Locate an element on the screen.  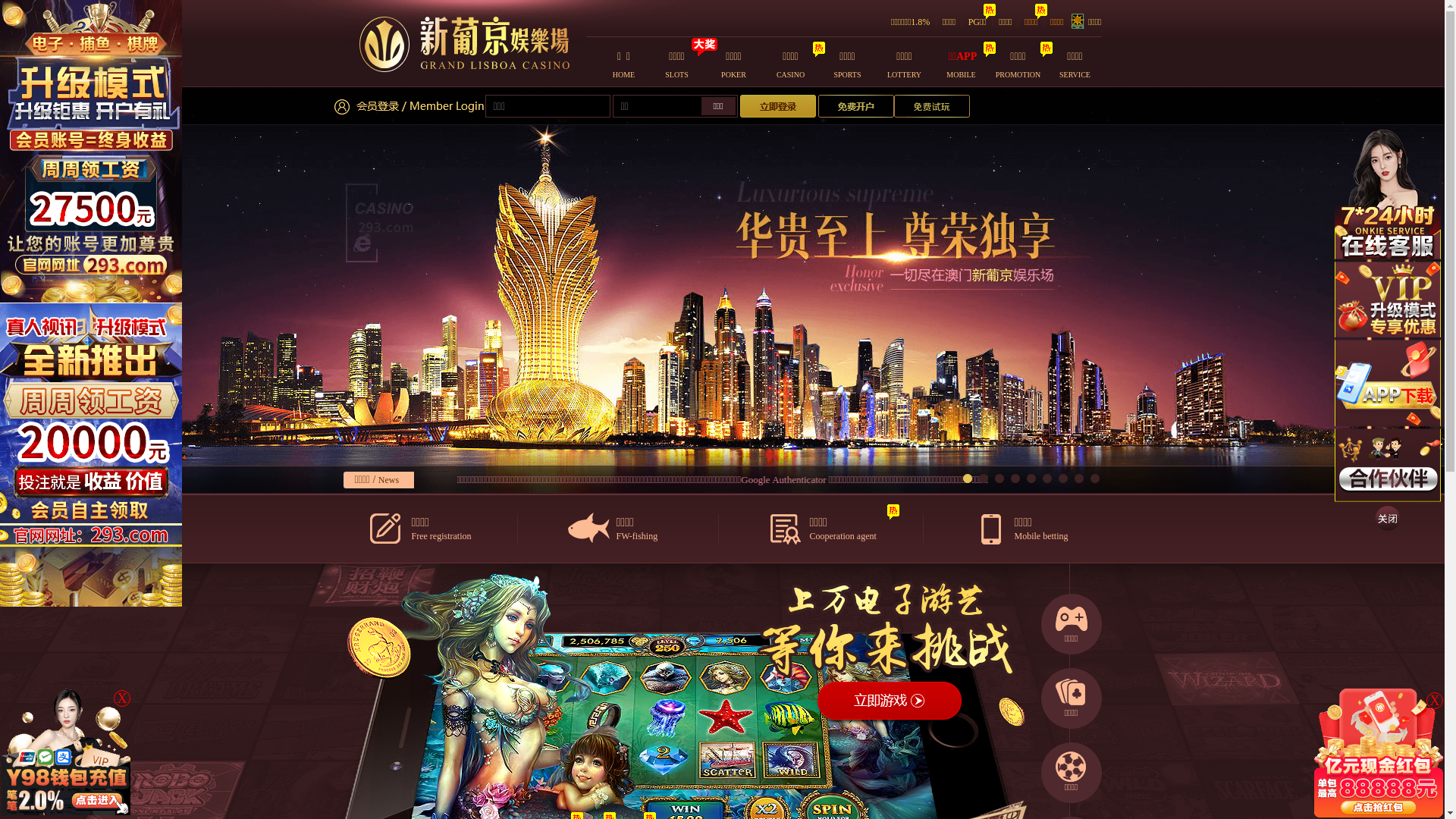
'X' is located at coordinates (1433, 701).